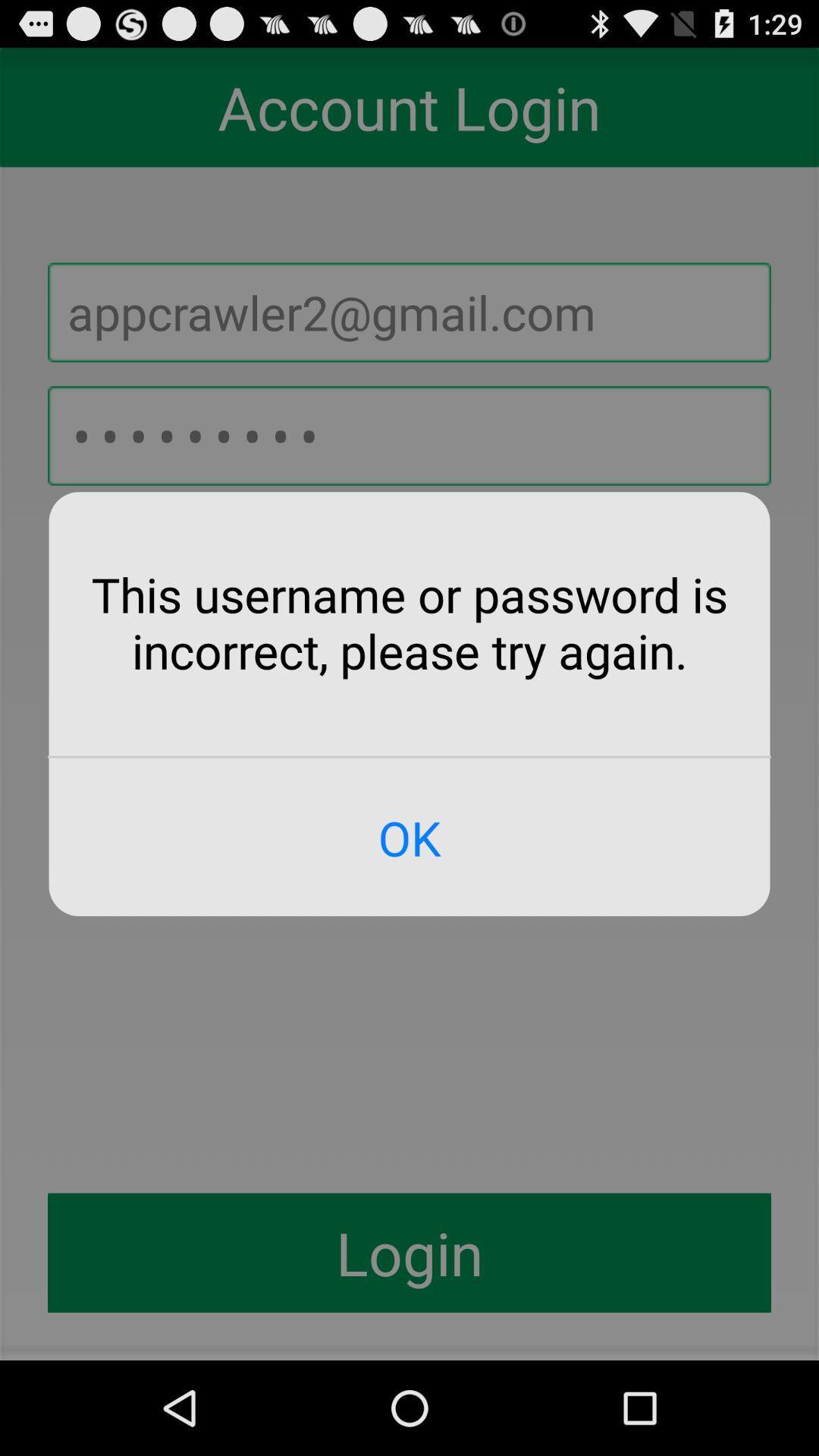 This screenshot has height=1456, width=819. Describe the element at coordinates (409, 836) in the screenshot. I see `ok app` at that location.